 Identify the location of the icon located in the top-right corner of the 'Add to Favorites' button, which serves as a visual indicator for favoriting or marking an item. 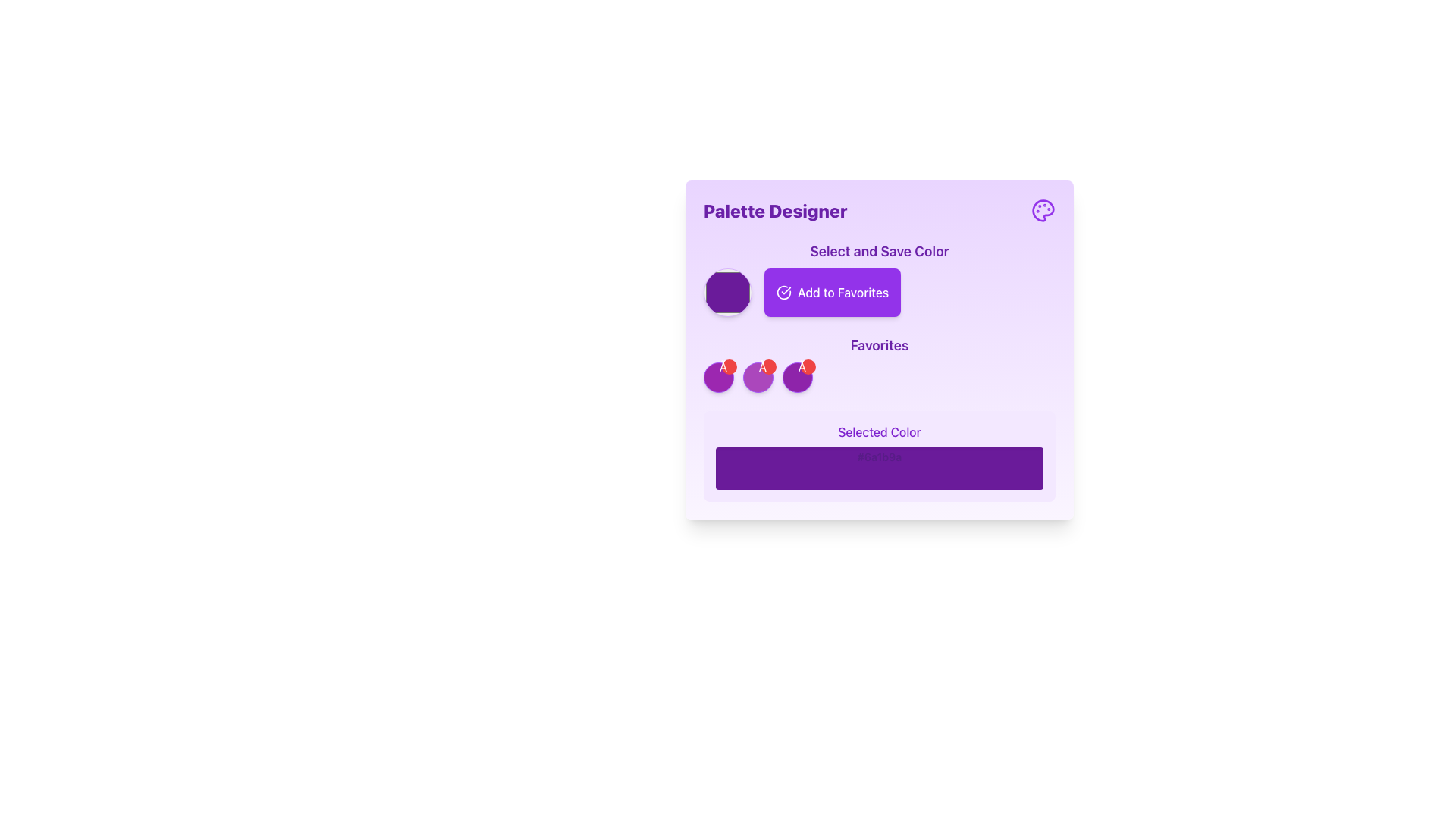
(783, 292).